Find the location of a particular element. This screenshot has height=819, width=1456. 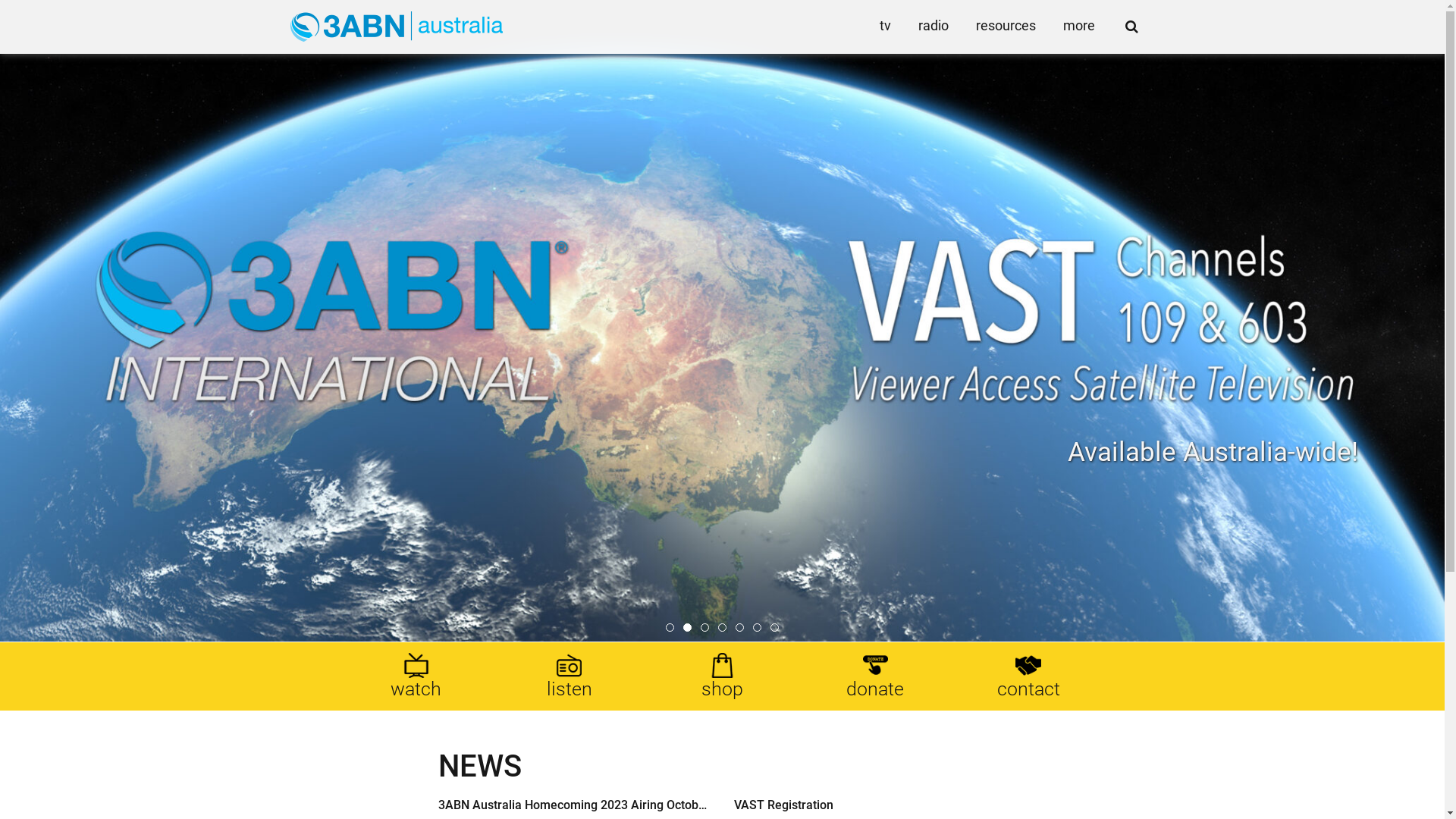

'1' is located at coordinates (666, 627).